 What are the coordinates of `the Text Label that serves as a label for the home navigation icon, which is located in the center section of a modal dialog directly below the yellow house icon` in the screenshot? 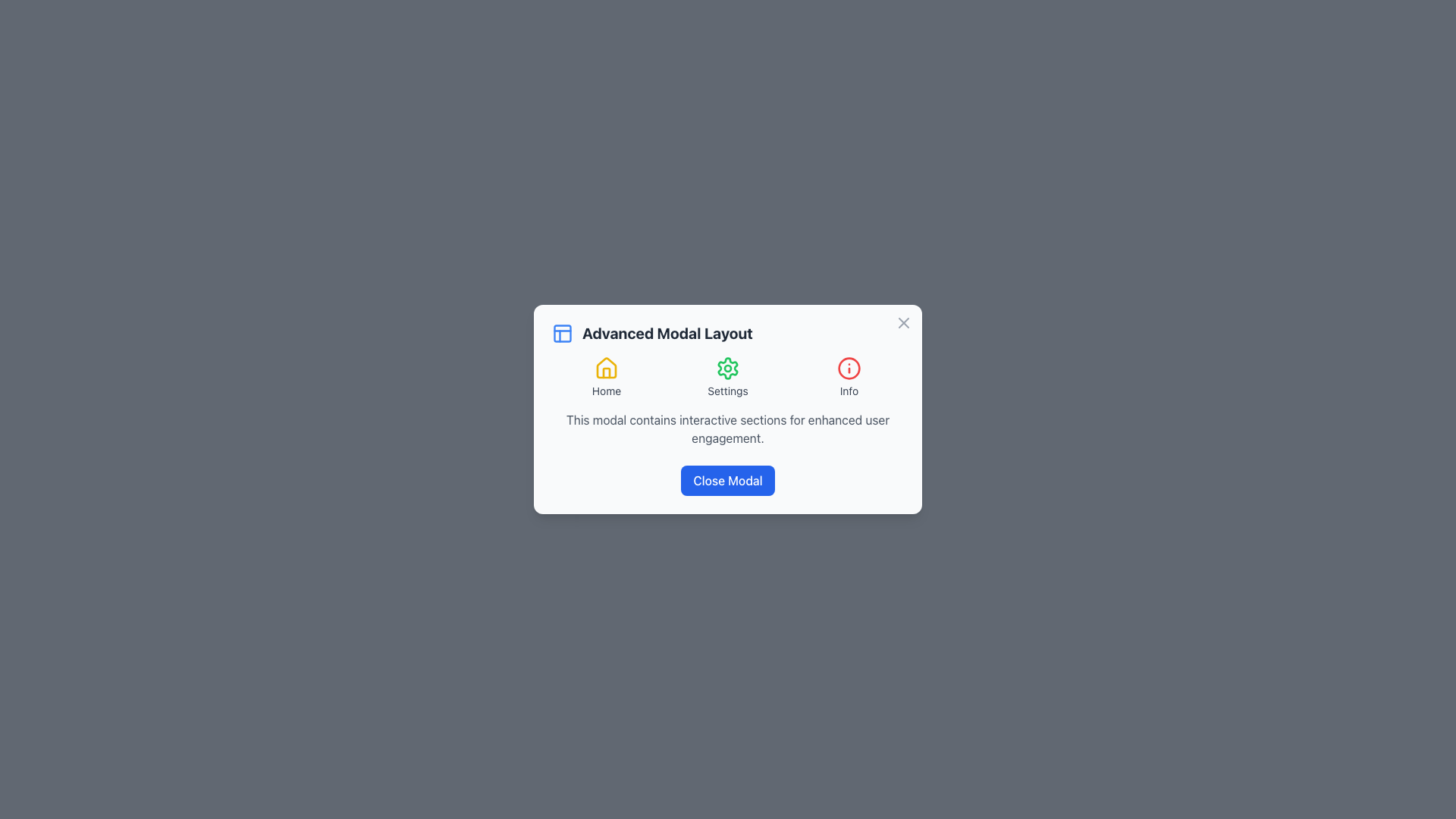 It's located at (607, 391).